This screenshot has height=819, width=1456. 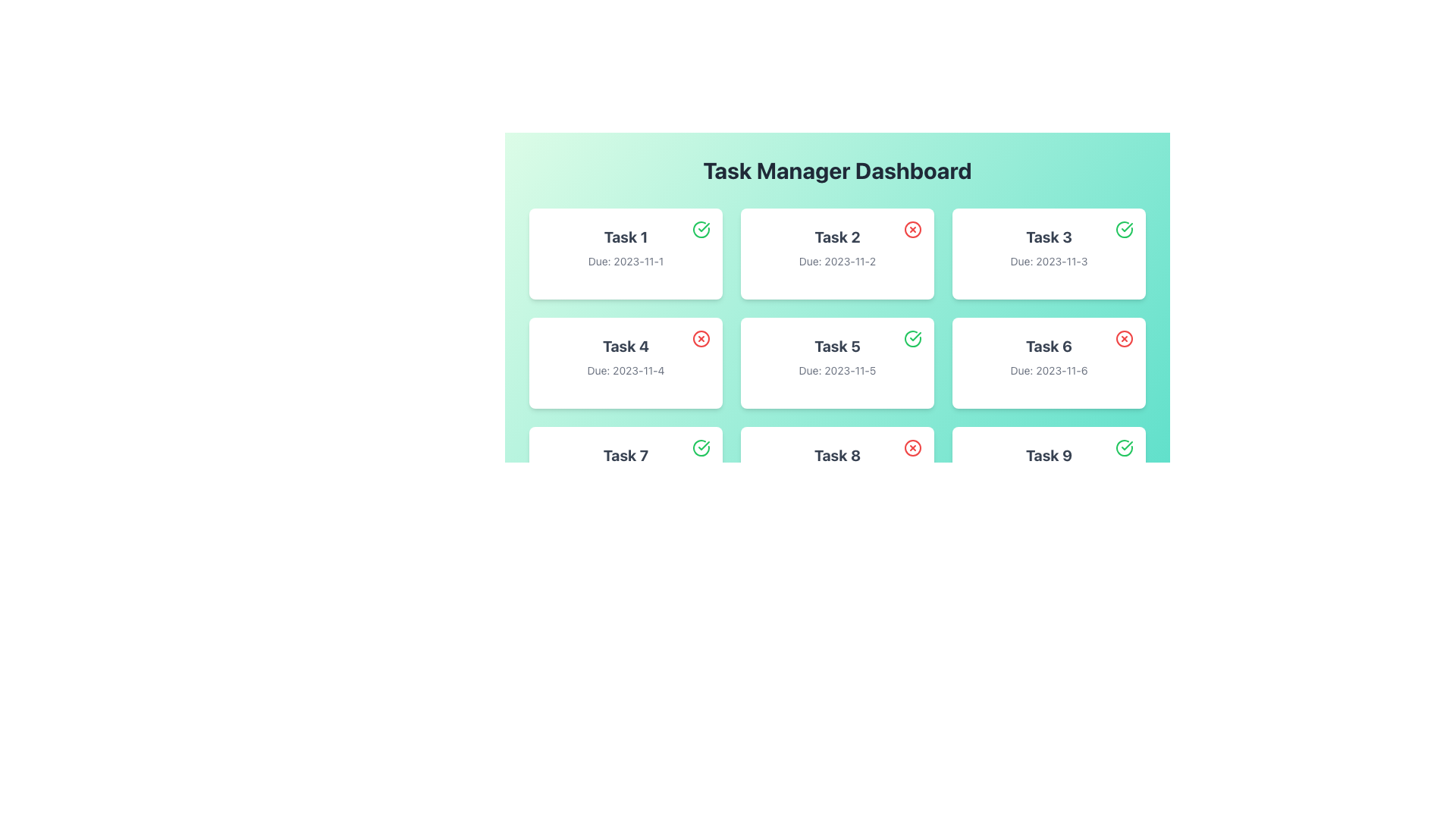 What do you see at coordinates (836, 362) in the screenshot?
I see `the task item card located in the second row and second column of the task management dashboard, which displays the task title, due date, and completion status indicator` at bounding box center [836, 362].